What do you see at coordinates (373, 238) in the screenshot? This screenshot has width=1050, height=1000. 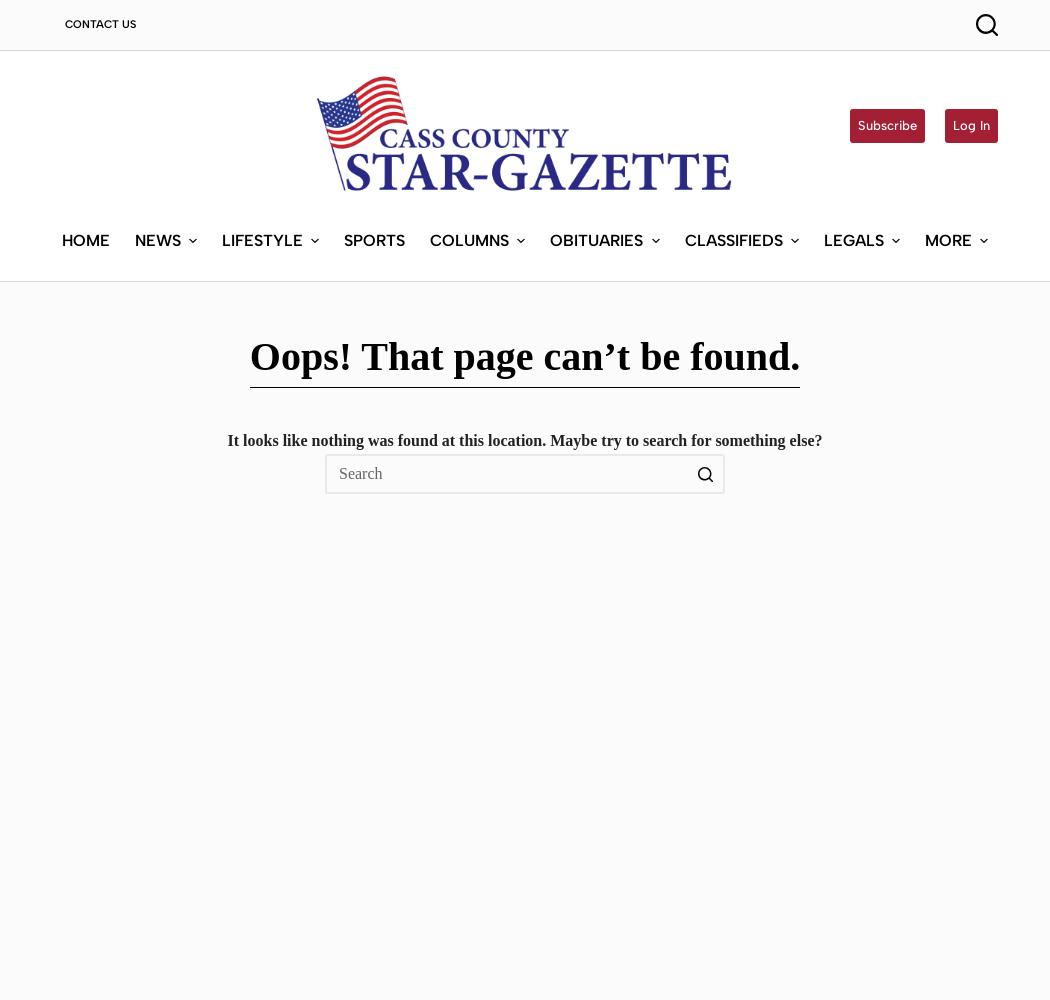 I see `'Sports'` at bounding box center [373, 238].